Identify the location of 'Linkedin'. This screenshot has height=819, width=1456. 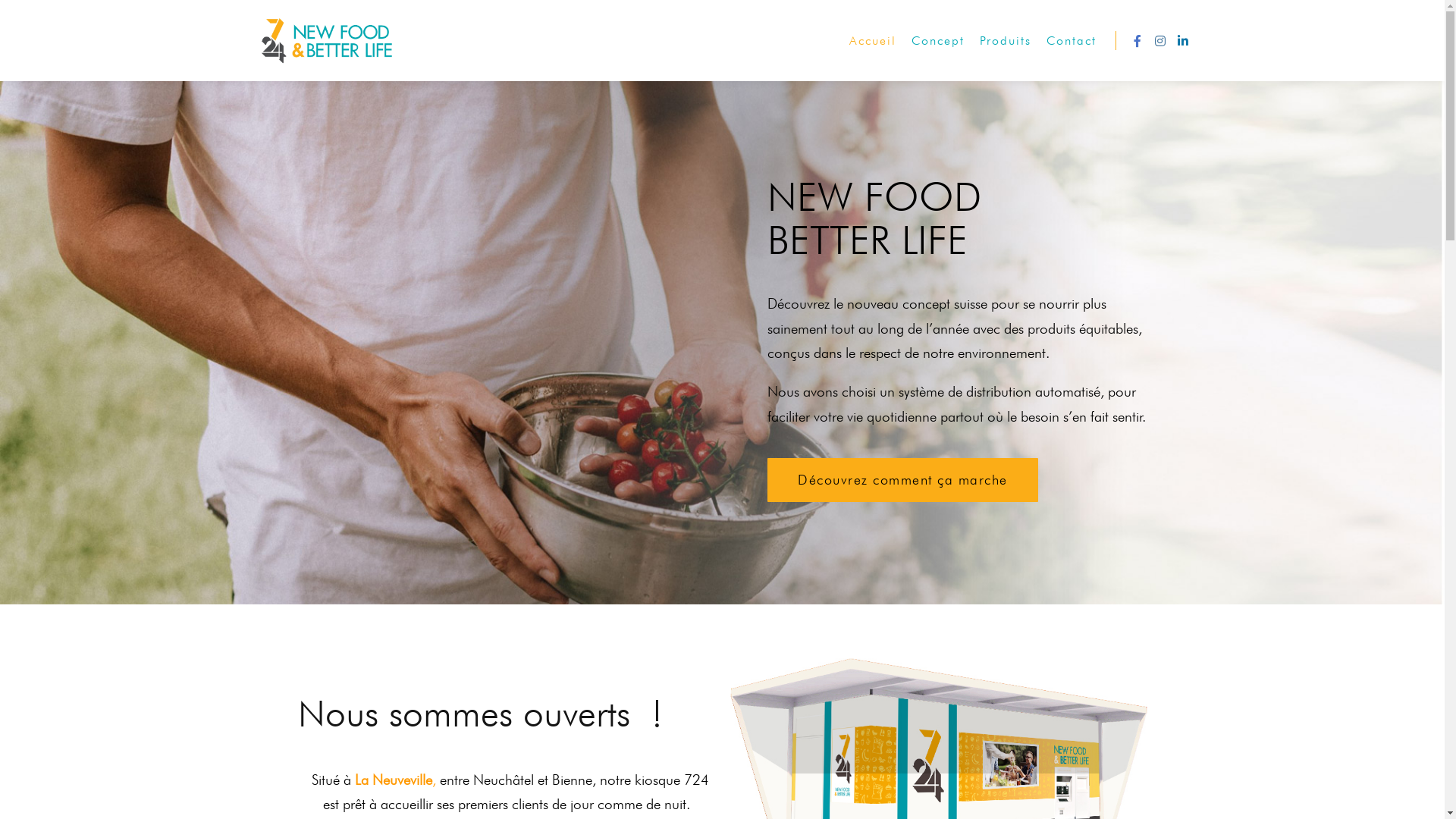
(1181, 40).